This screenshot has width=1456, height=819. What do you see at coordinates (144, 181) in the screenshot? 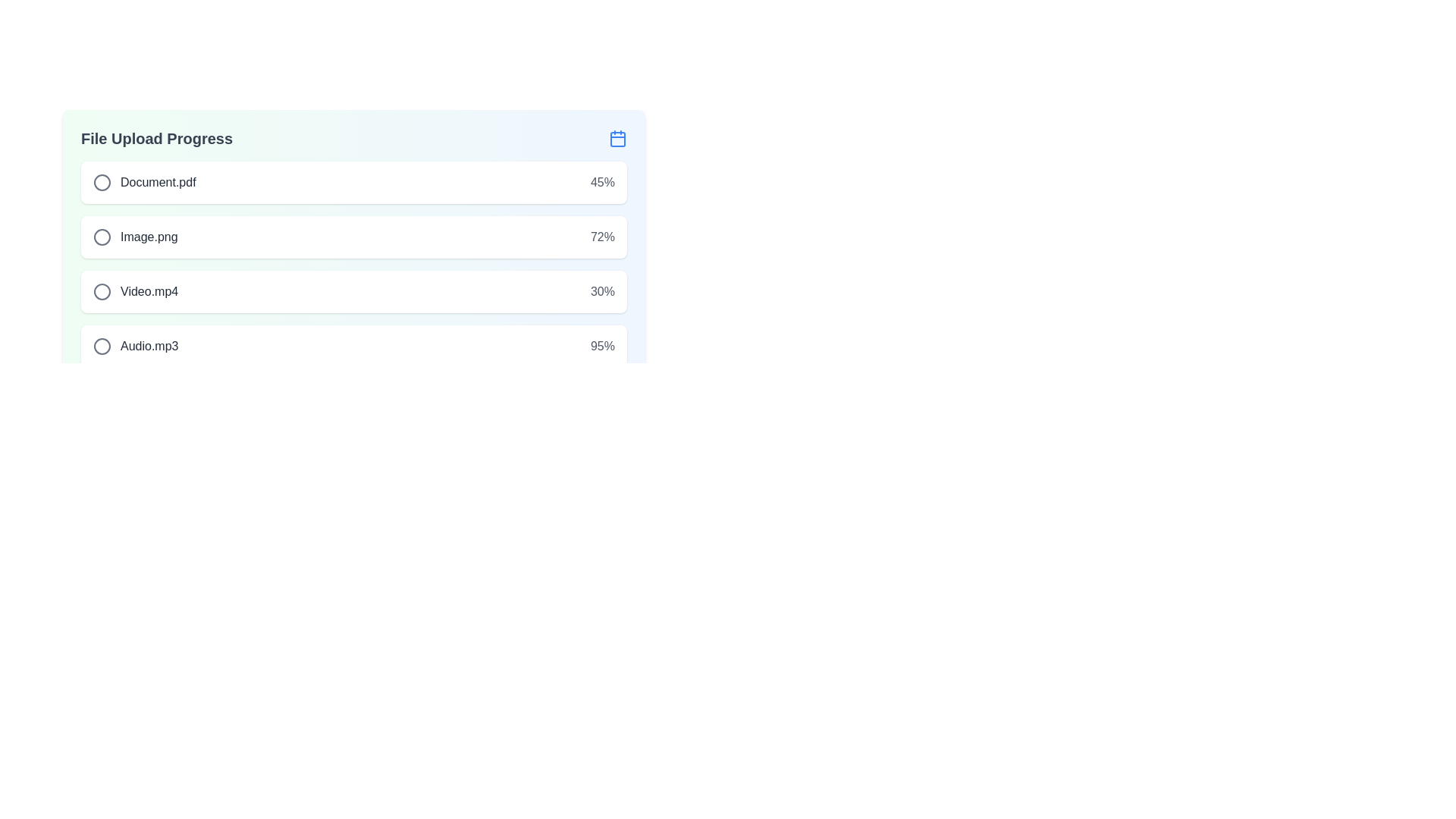
I see `the 'Document.pdf' text label in the first position of the file upload progress tracker to interact with potential actions` at bounding box center [144, 181].